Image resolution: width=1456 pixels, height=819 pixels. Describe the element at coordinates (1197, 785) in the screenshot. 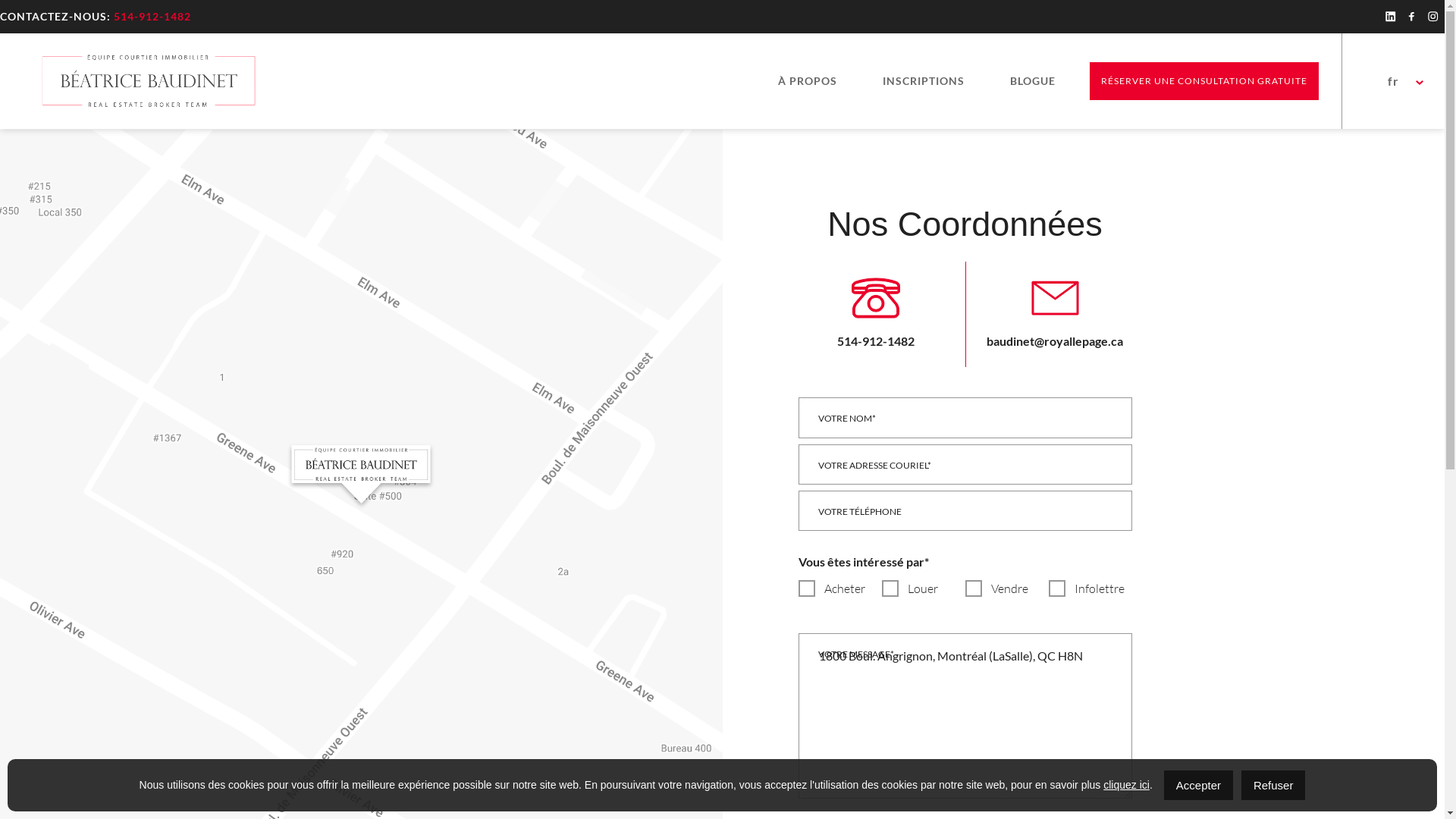

I see `'Accepter'` at that location.